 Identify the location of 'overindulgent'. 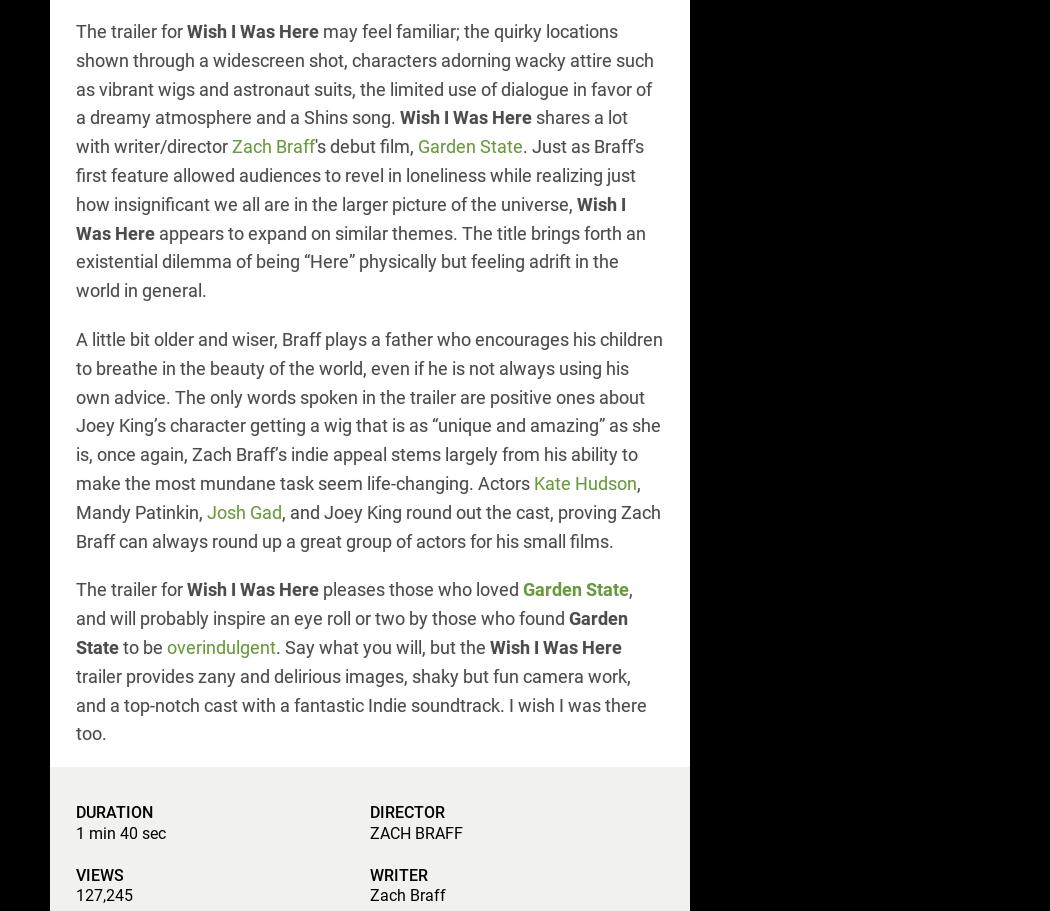
(219, 646).